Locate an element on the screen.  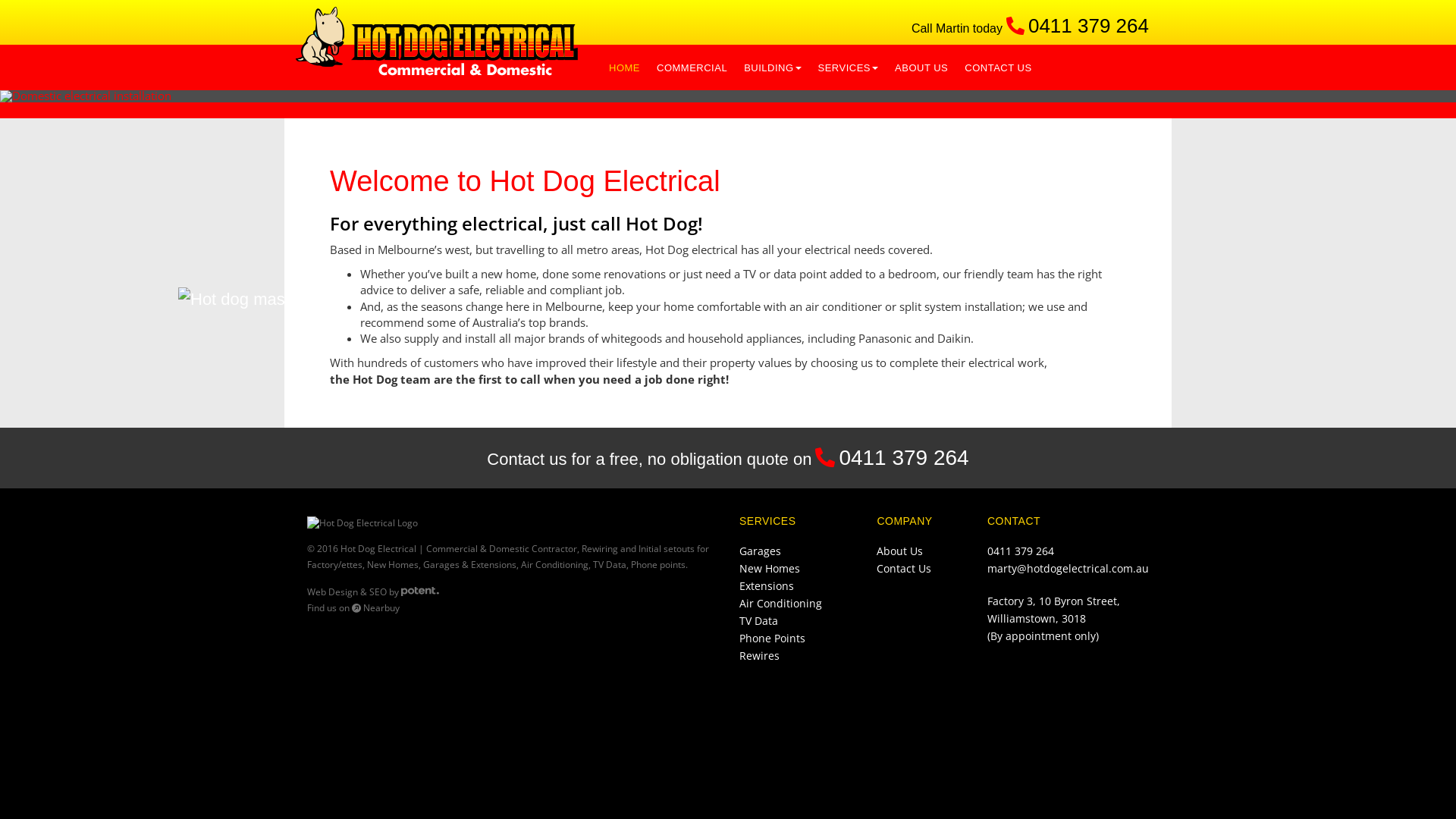
'marty@hotdogelectrical.com.au' is located at coordinates (1067, 568).